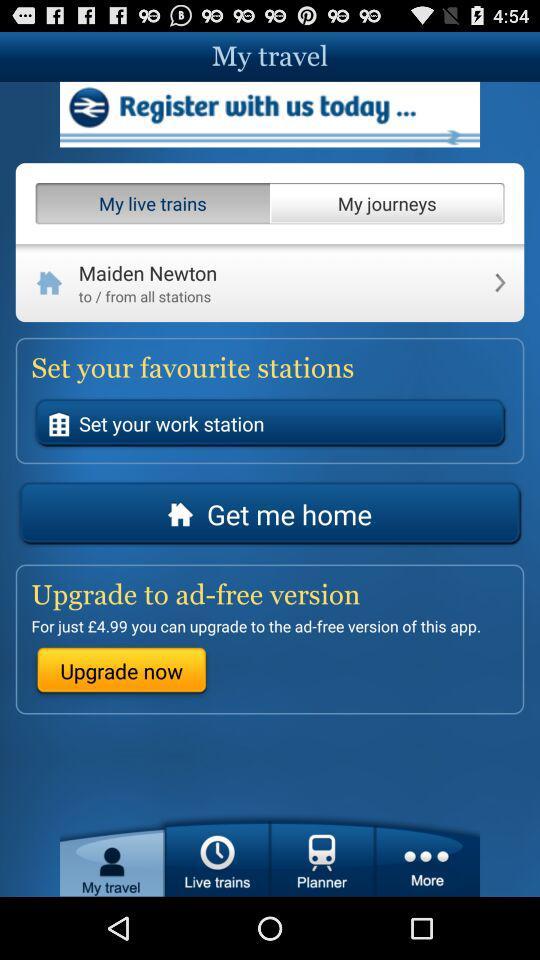 Image resolution: width=540 pixels, height=960 pixels. What do you see at coordinates (270, 114) in the screenshot?
I see `register with service` at bounding box center [270, 114].